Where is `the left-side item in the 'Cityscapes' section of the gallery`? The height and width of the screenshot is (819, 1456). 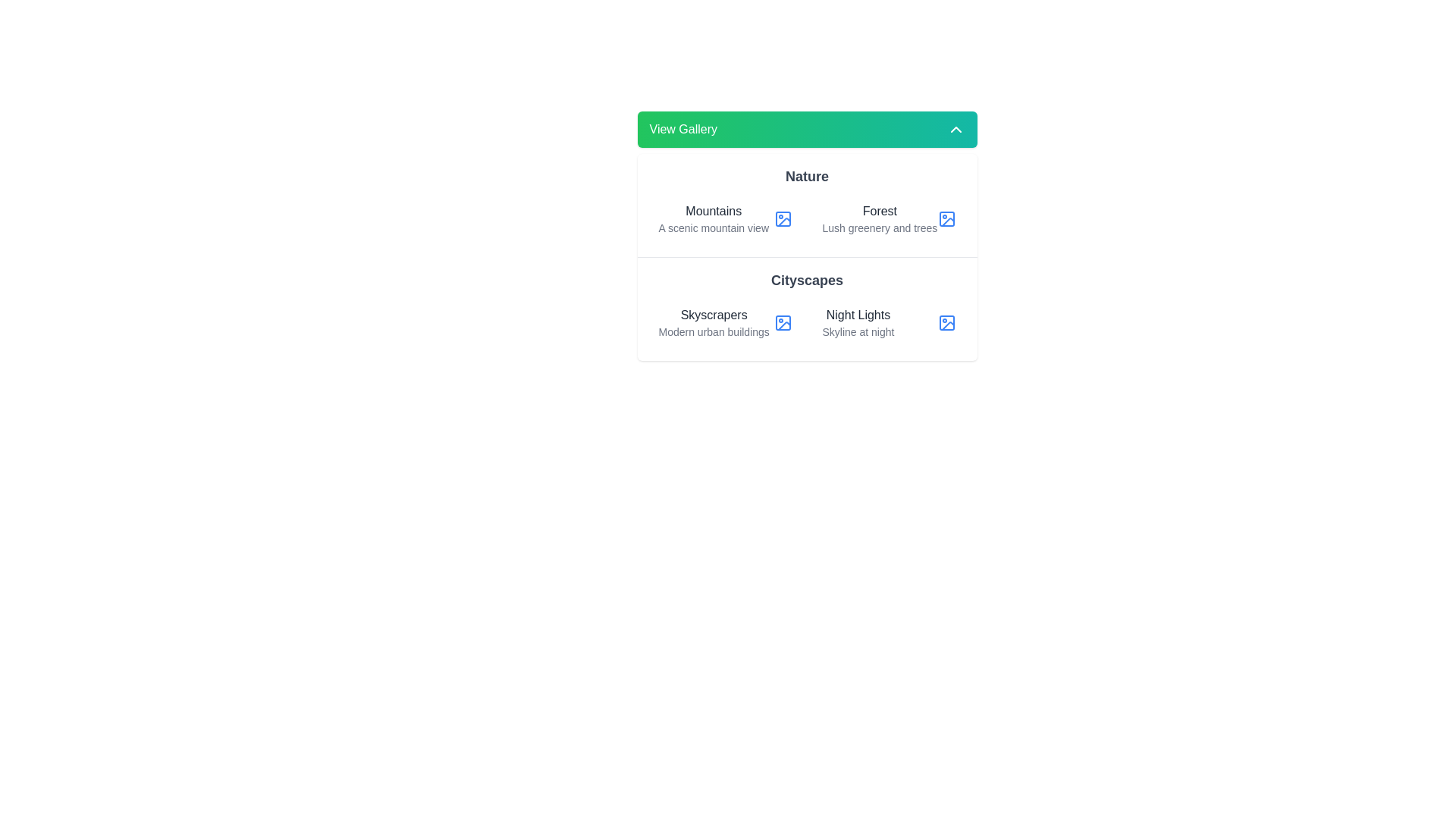 the left-side item in the 'Cityscapes' section of the gallery is located at coordinates (724, 322).